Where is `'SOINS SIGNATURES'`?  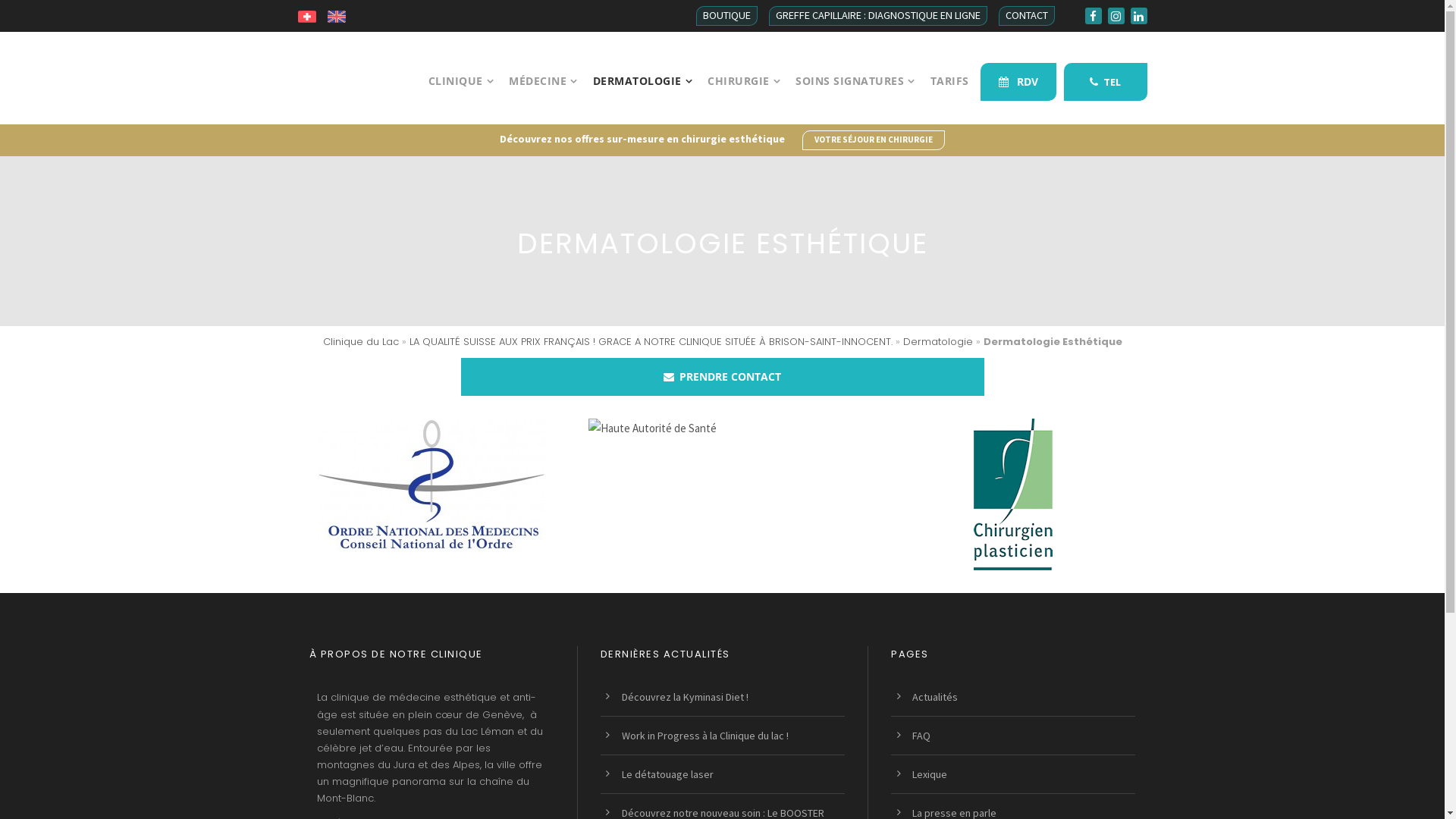
'SOINS SIGNATURES' is located at coordinates (855, 99).